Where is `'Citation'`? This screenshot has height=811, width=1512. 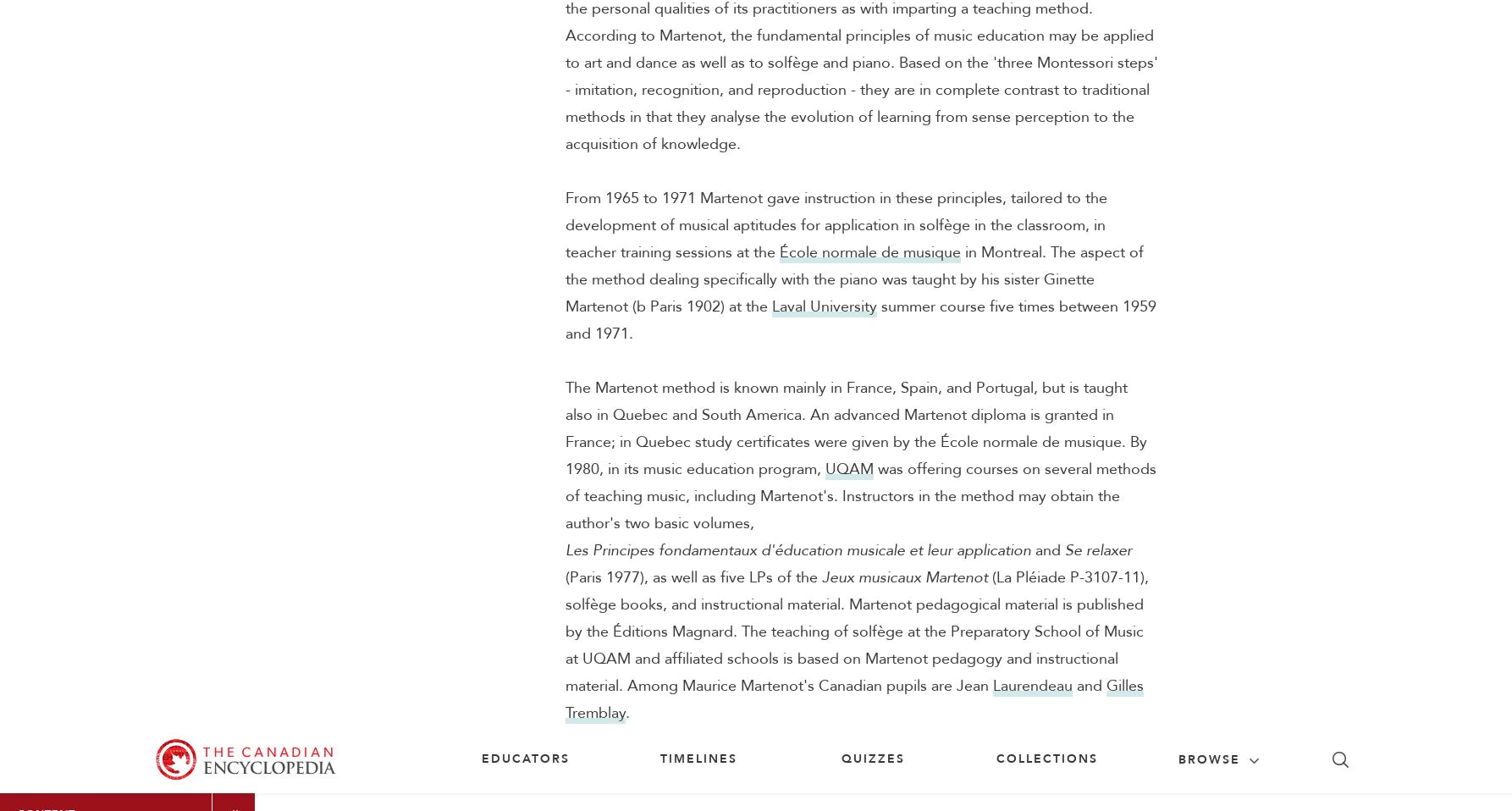 'Citation' is located at coordinates (1444, 298).